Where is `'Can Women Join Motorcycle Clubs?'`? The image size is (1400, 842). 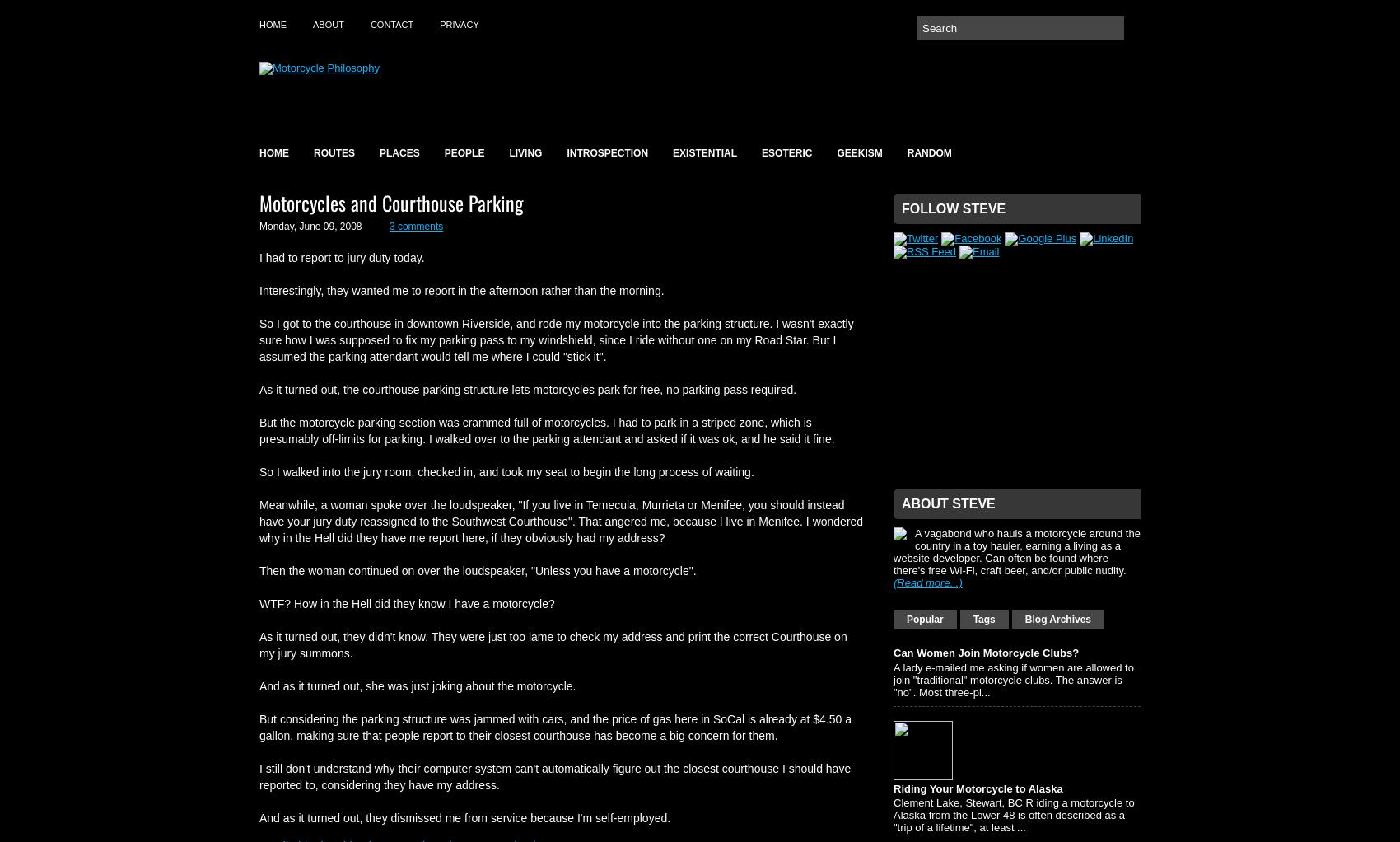
'Can Women Join Motorcycle Clubs?' is located at coordinates (985, 653).